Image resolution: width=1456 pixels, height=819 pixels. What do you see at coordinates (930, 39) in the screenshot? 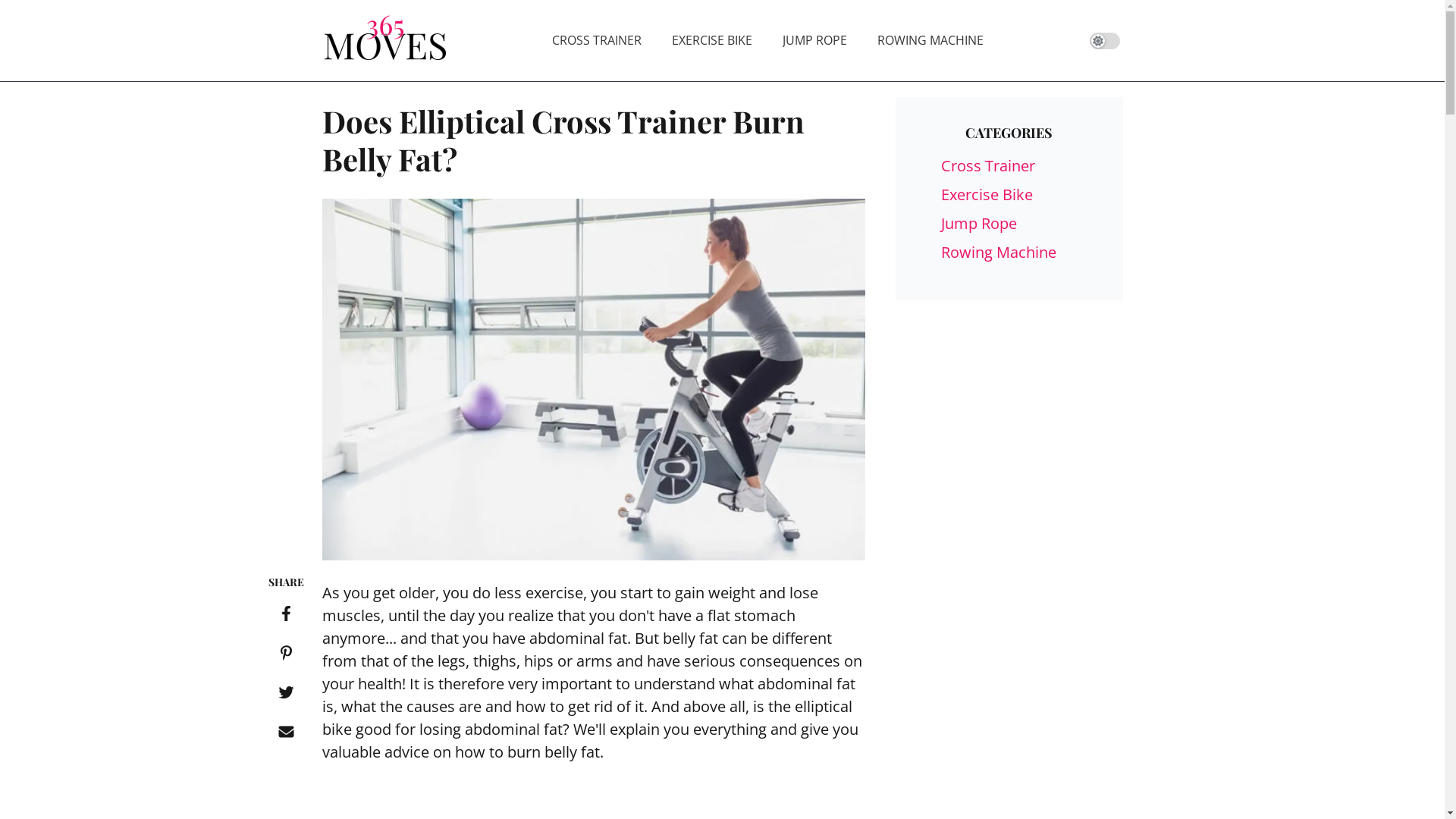
I see `'ROWING MACHINE'` at bounding box center [930, 39].